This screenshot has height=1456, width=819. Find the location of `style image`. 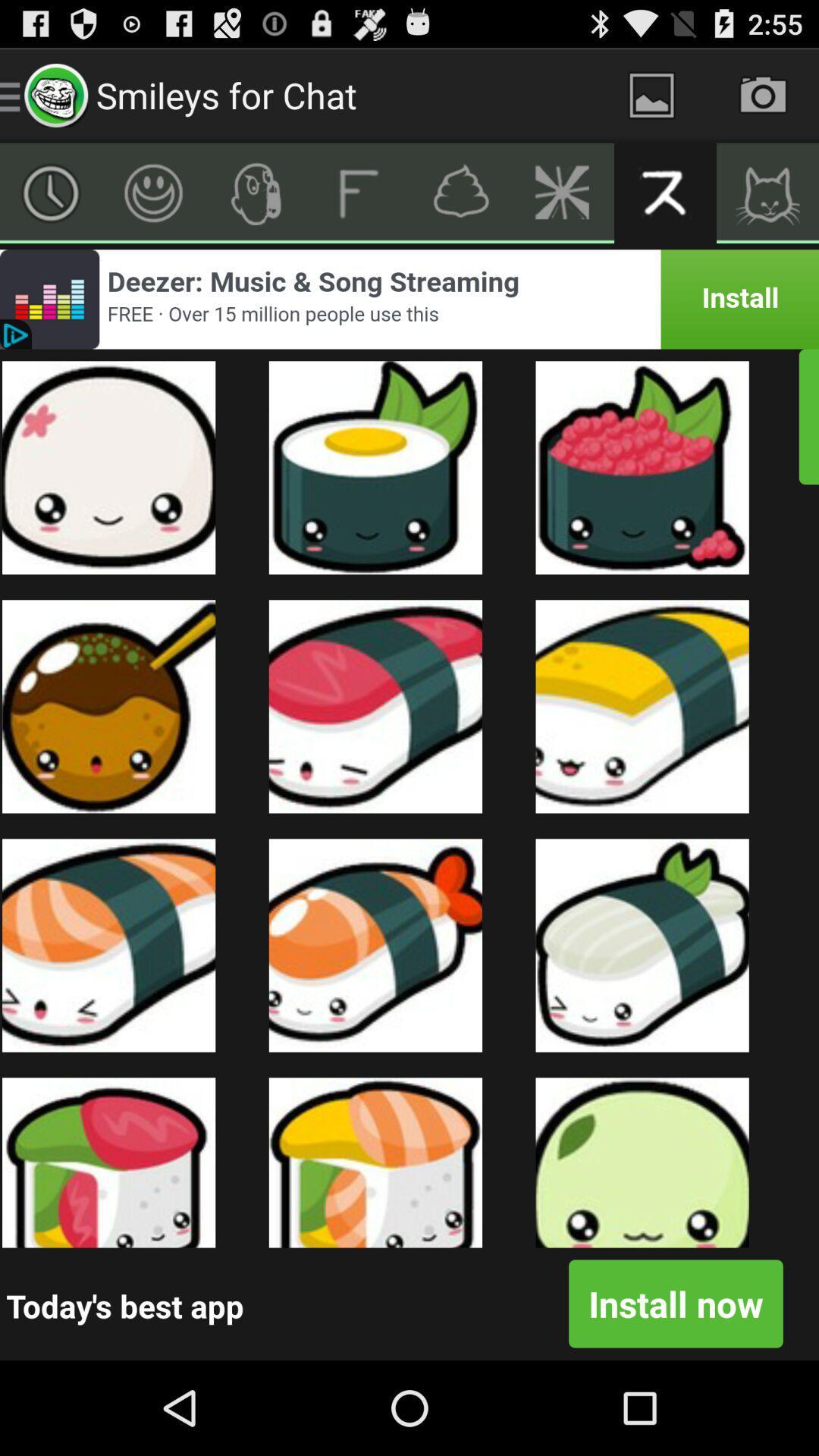

style image is located at coordinates (255, 192).